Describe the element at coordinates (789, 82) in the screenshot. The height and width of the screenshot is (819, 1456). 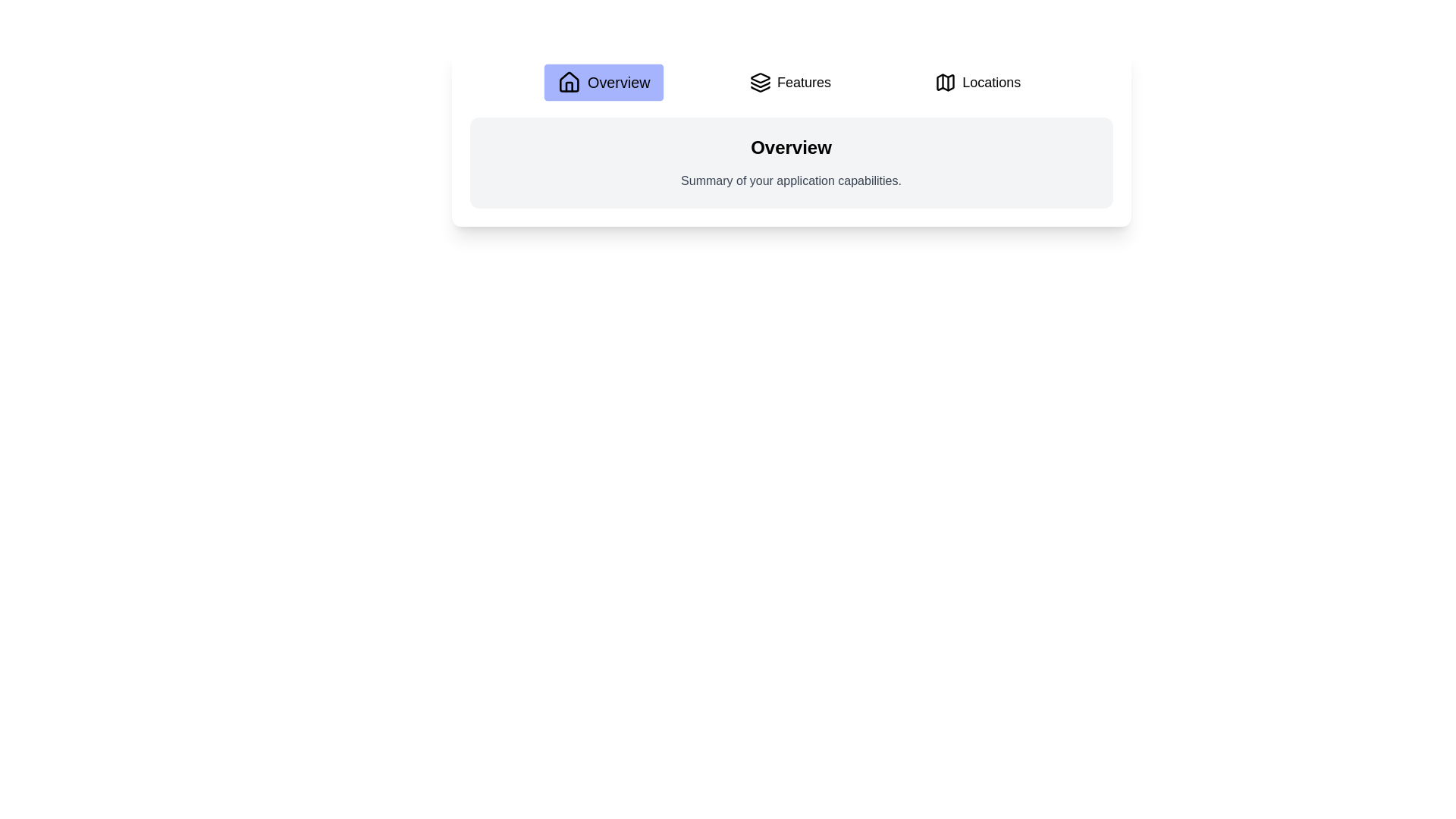
I see `the Features tab to view its content` at that location.